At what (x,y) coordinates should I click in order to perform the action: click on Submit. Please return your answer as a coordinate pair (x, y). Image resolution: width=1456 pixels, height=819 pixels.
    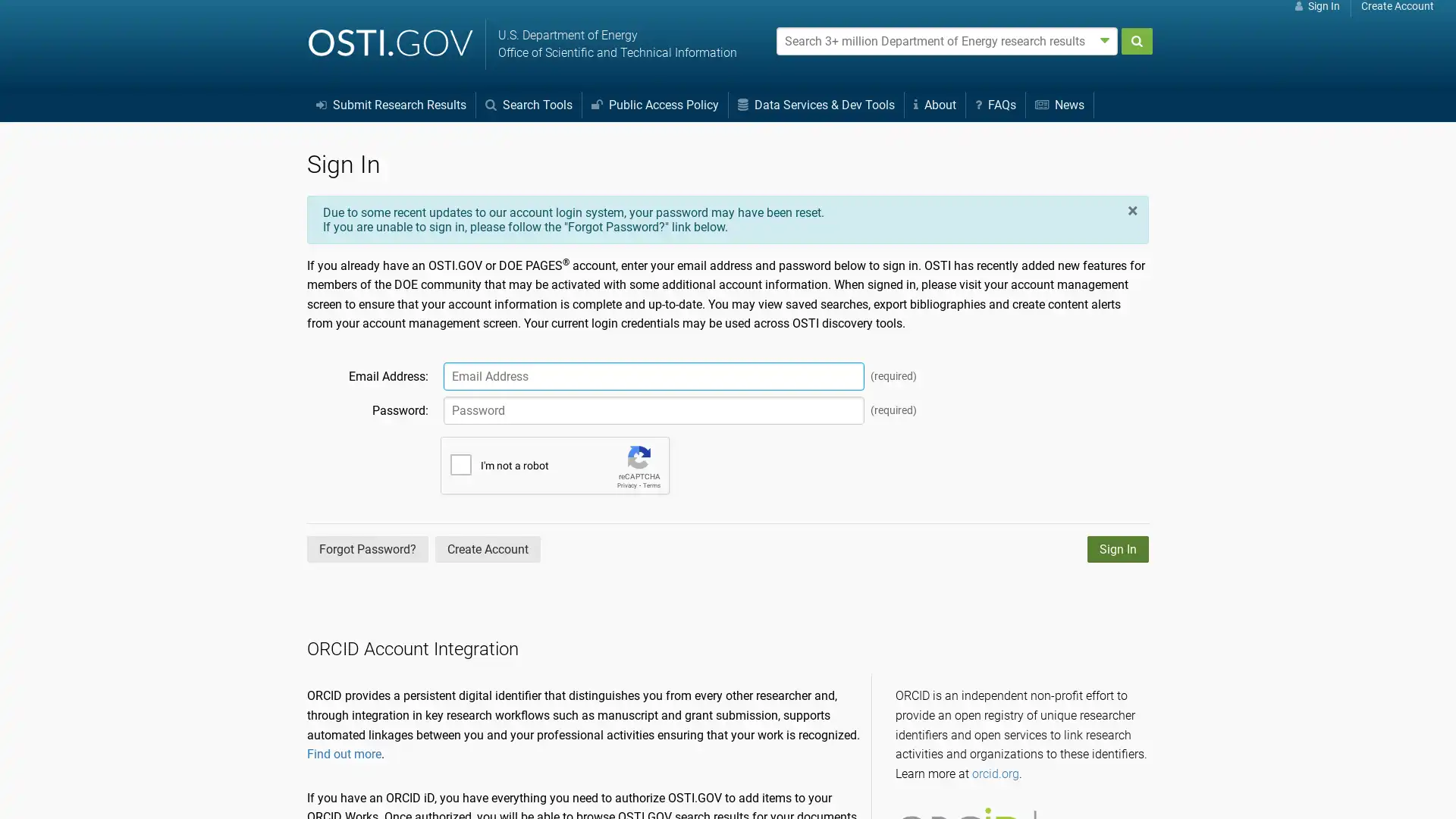
    Looking at the image, I should click on (1136, 40).